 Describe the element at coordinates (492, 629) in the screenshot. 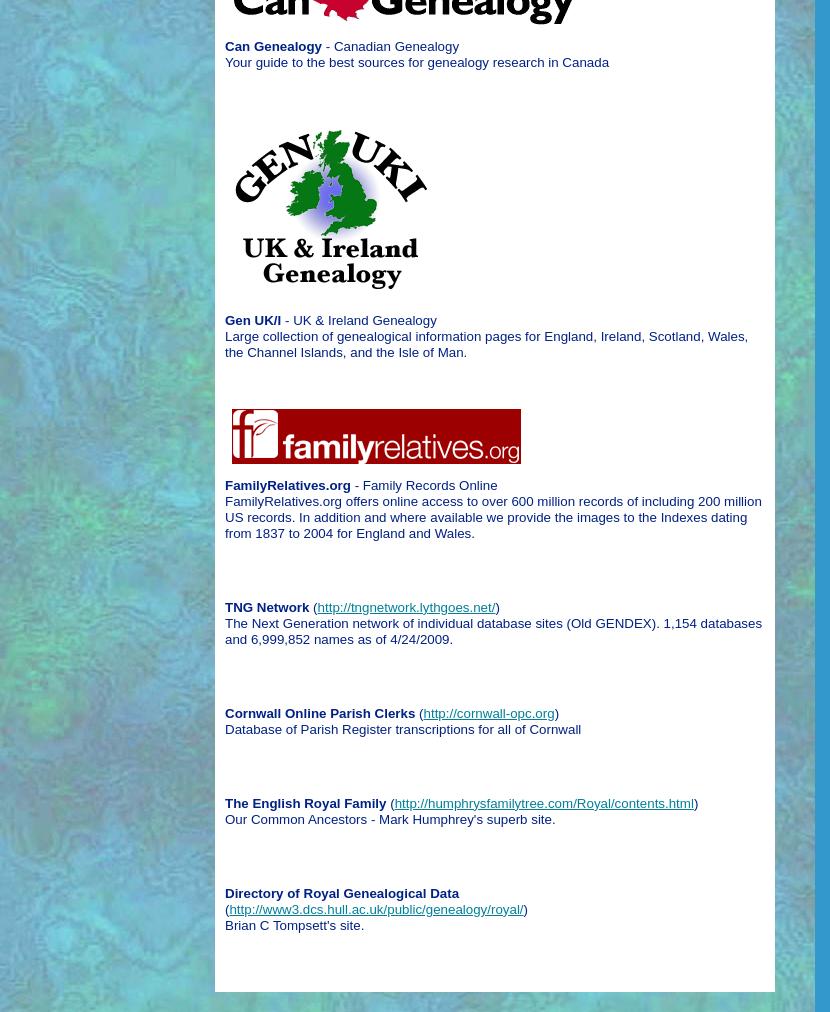

I see `'The Next Generation network of individual database sites (Old GENDEX). 1,154 databases and 6,999,852 names as of 4/24/2009.'` at that location.